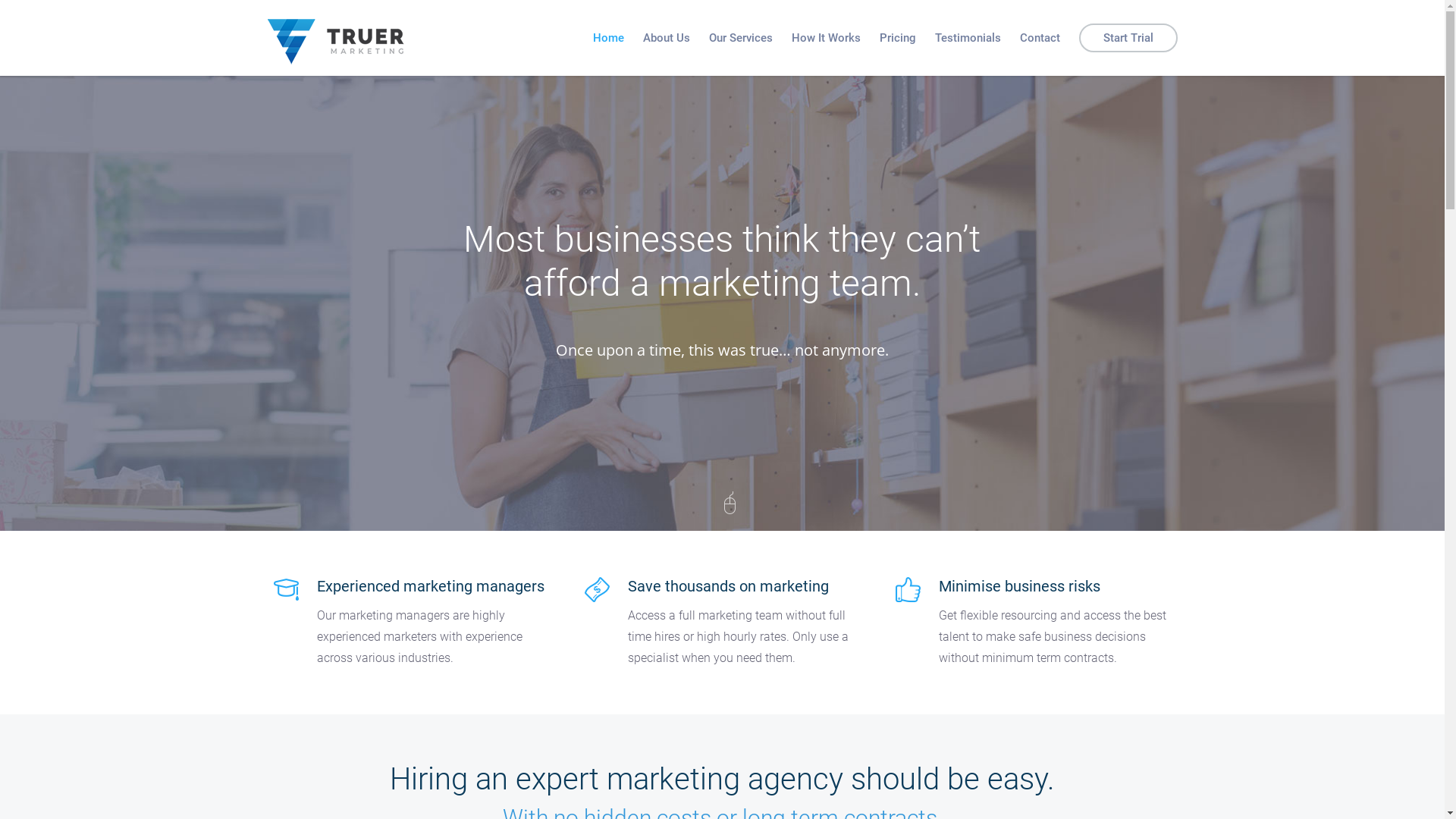  I want to click on 'Home', so click(608, 37).